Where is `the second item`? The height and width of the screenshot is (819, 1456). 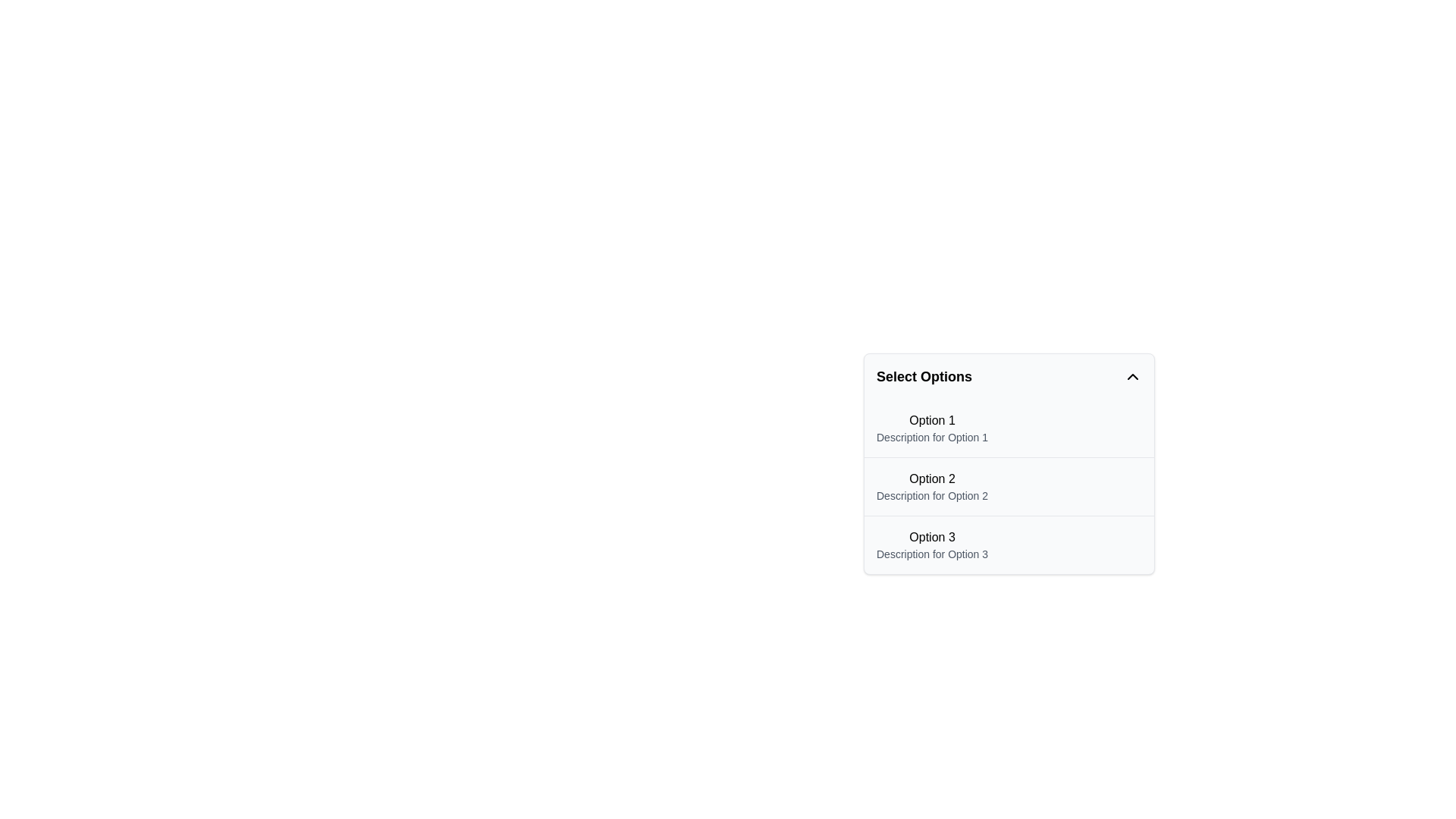
the second item is located at coordinates (1009, 486).